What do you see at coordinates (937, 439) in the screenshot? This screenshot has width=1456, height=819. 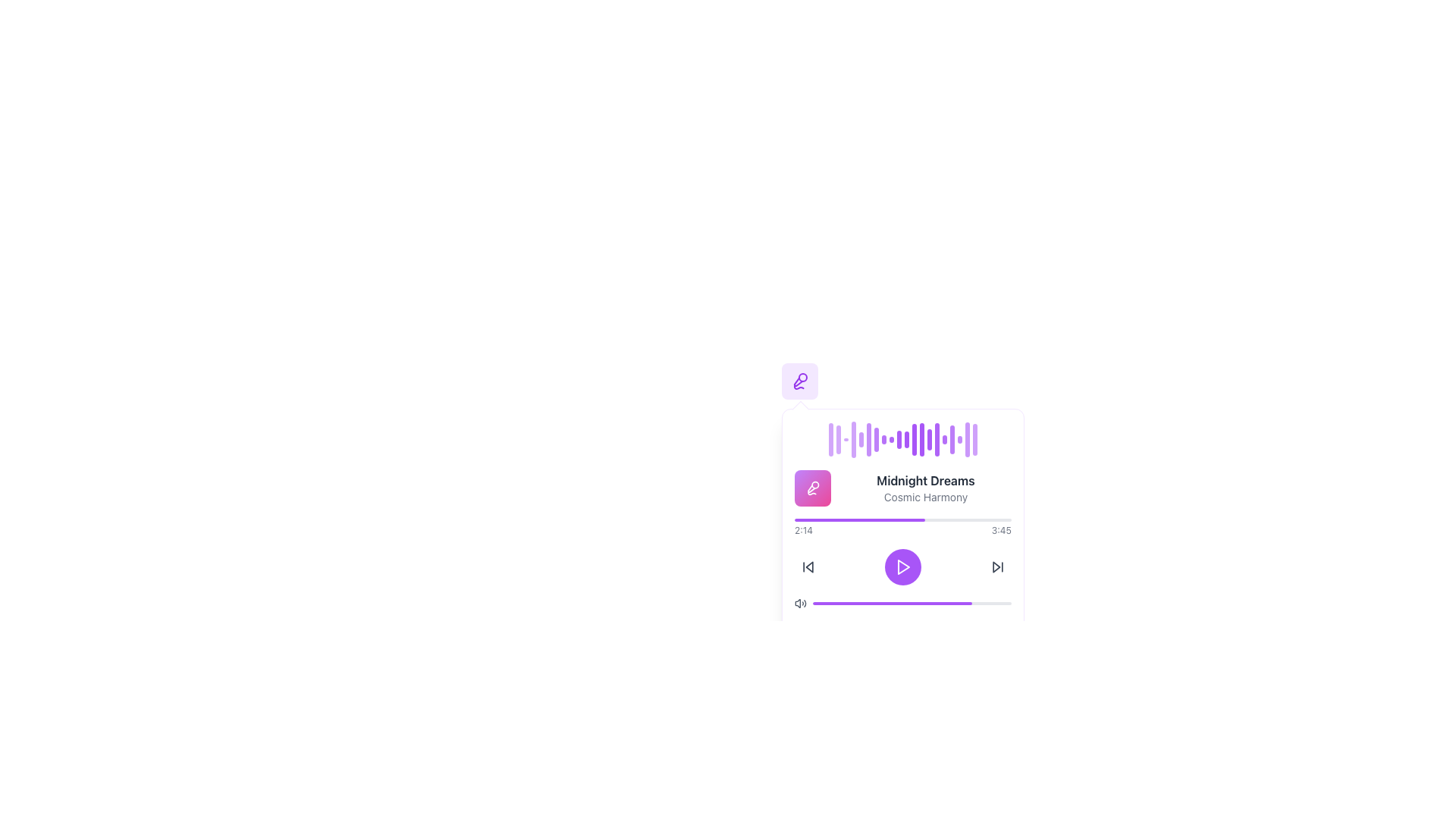 I see `the fifteenth purple bar in the waveform-like pattern, which is visually elongated with rounded ends, located above the audio track information` at bounding box center [937, 439].